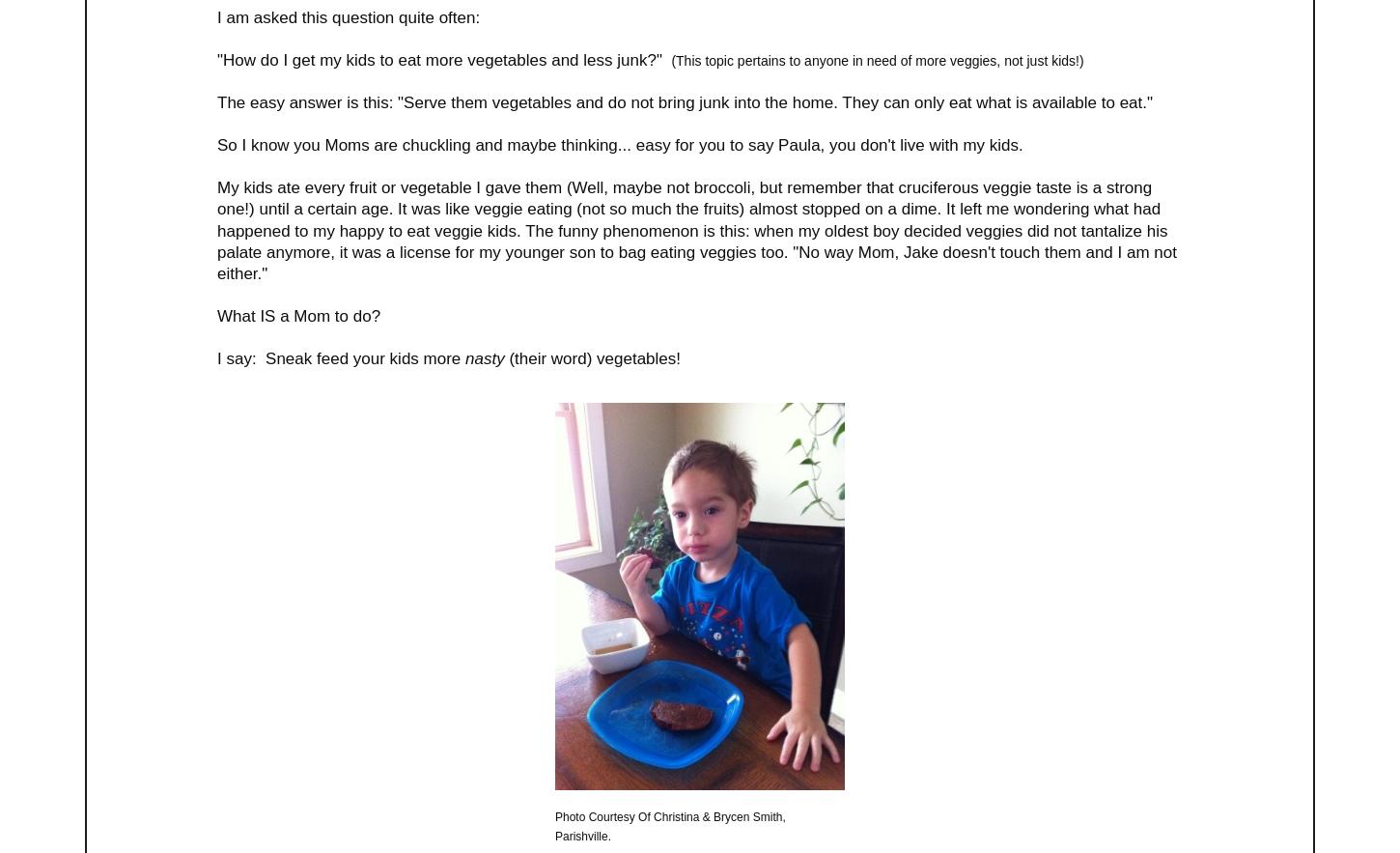  What do you see at coordinates (882, 58) in the screenshot?
I see `'his topic pertains to anyone in need of more veggies, not just kids!)'` at bounding box center [882, 58].